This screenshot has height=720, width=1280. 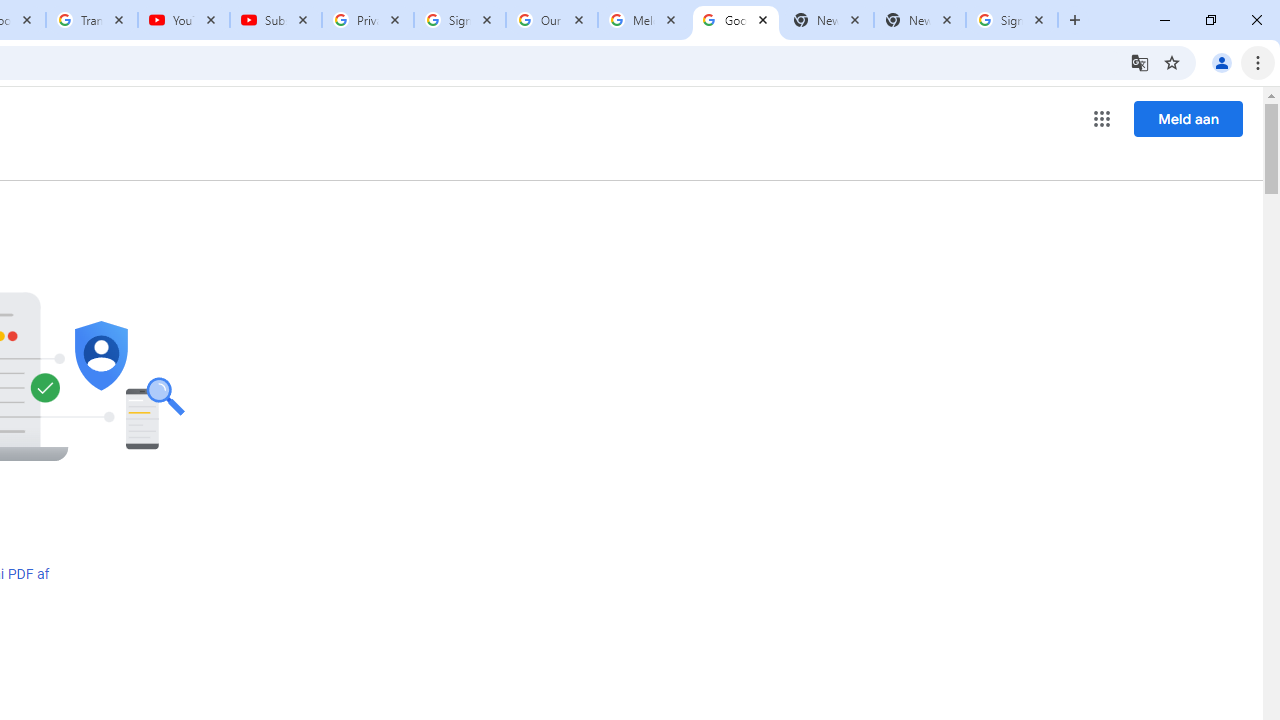 What do you see at coordinates (184, 20) in the screenshot?
I see `'YouTube'` at bounding box center [184, 20].